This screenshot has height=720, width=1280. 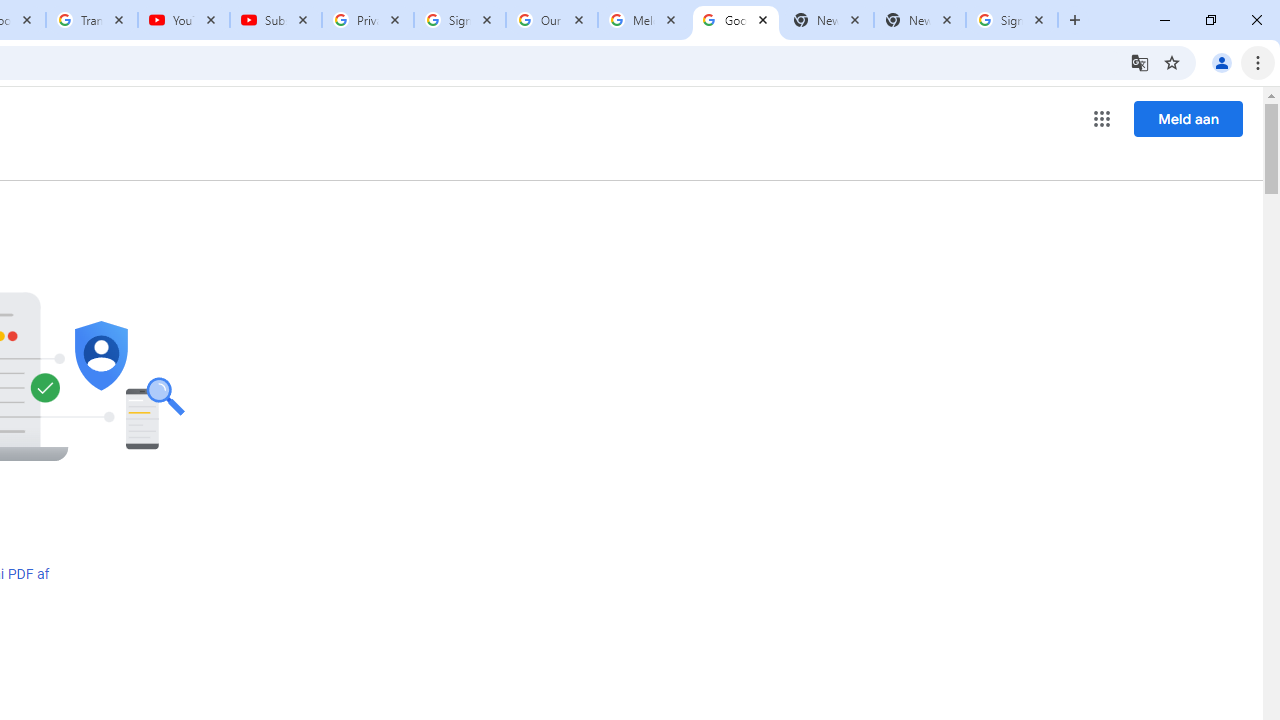 What do you see at coordinates (184, 20) in the screenshot?
I see `'YouTube'` at bounding box center [184, 20].